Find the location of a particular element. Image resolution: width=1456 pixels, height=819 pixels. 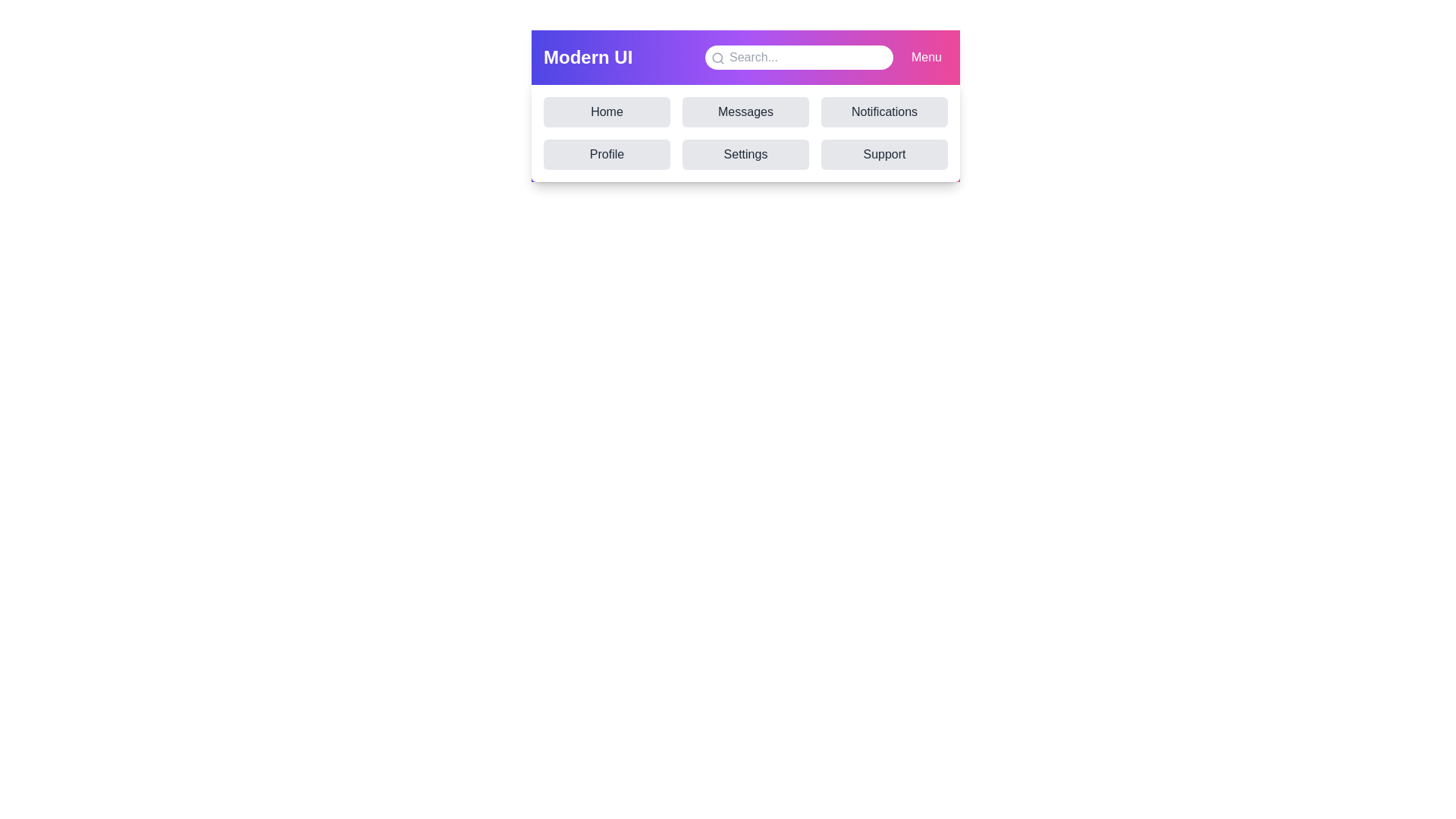

the 'Menu' button to toggle the navigation menu visibility is located at coordinates (925, 57).